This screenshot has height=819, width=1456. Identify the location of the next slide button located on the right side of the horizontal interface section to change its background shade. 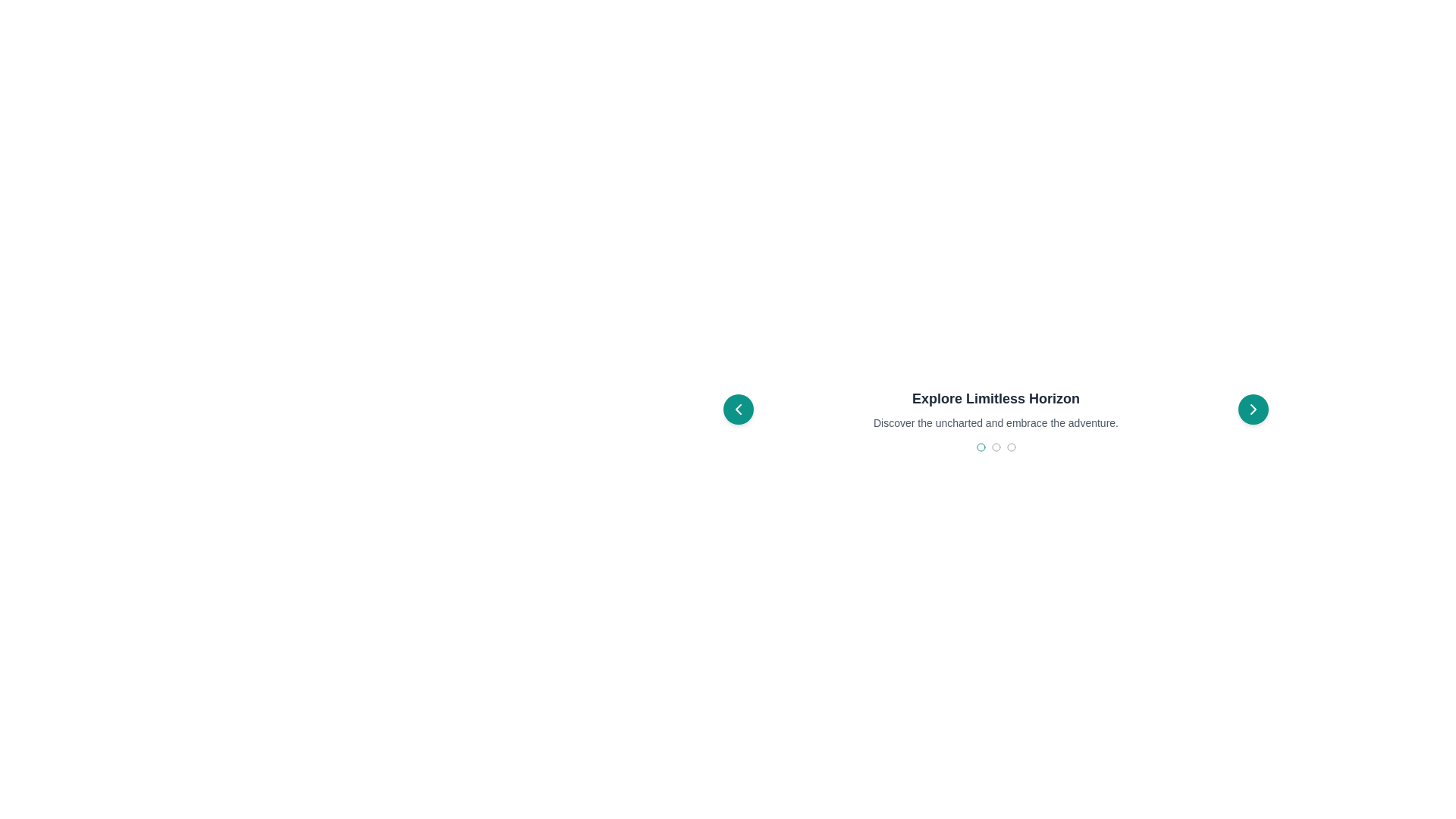
(1254, 409).